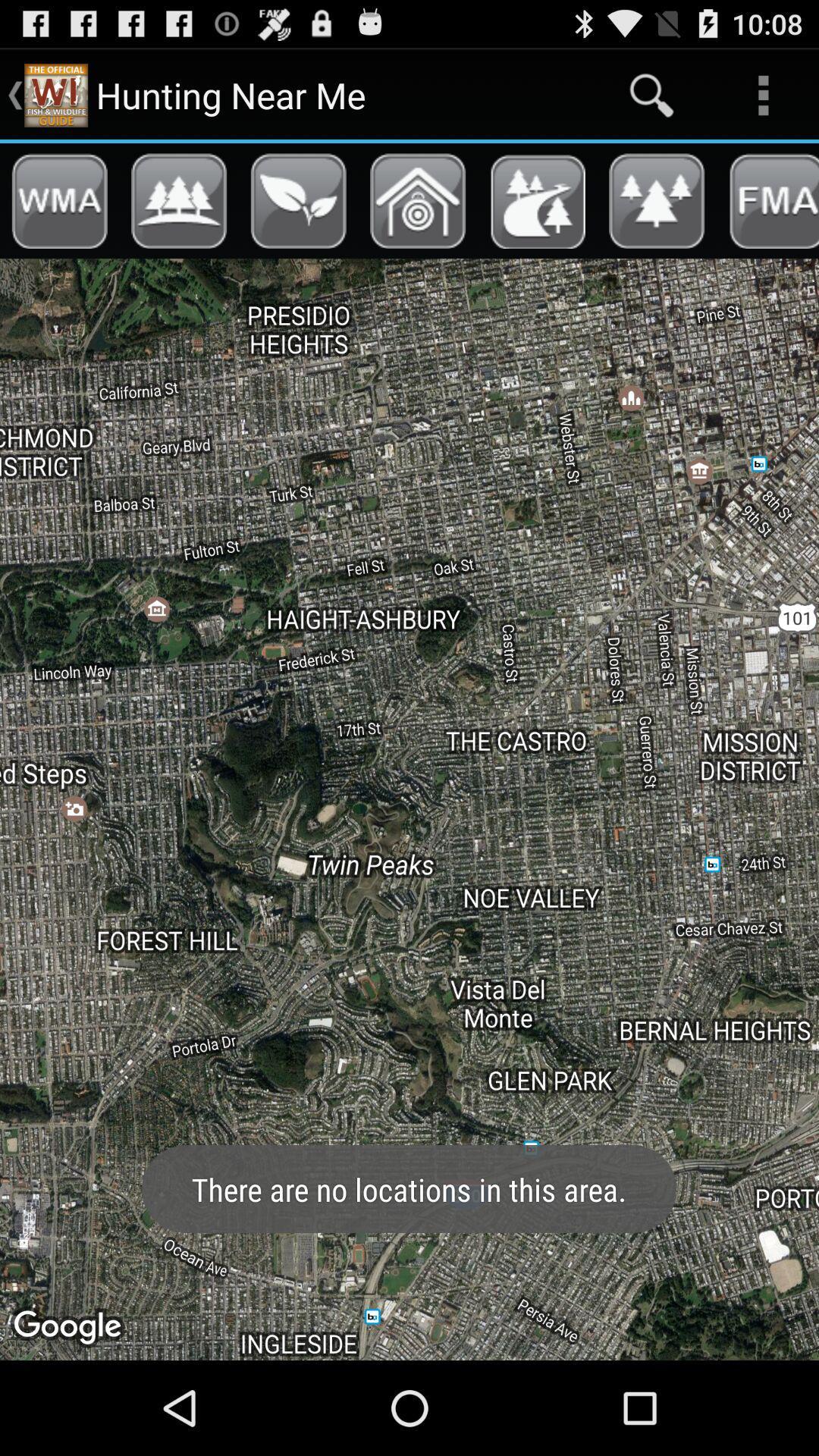 The width and height of the screenshot is (819, 1456). I want to click on shooting ranges near me, so click(418, 200).